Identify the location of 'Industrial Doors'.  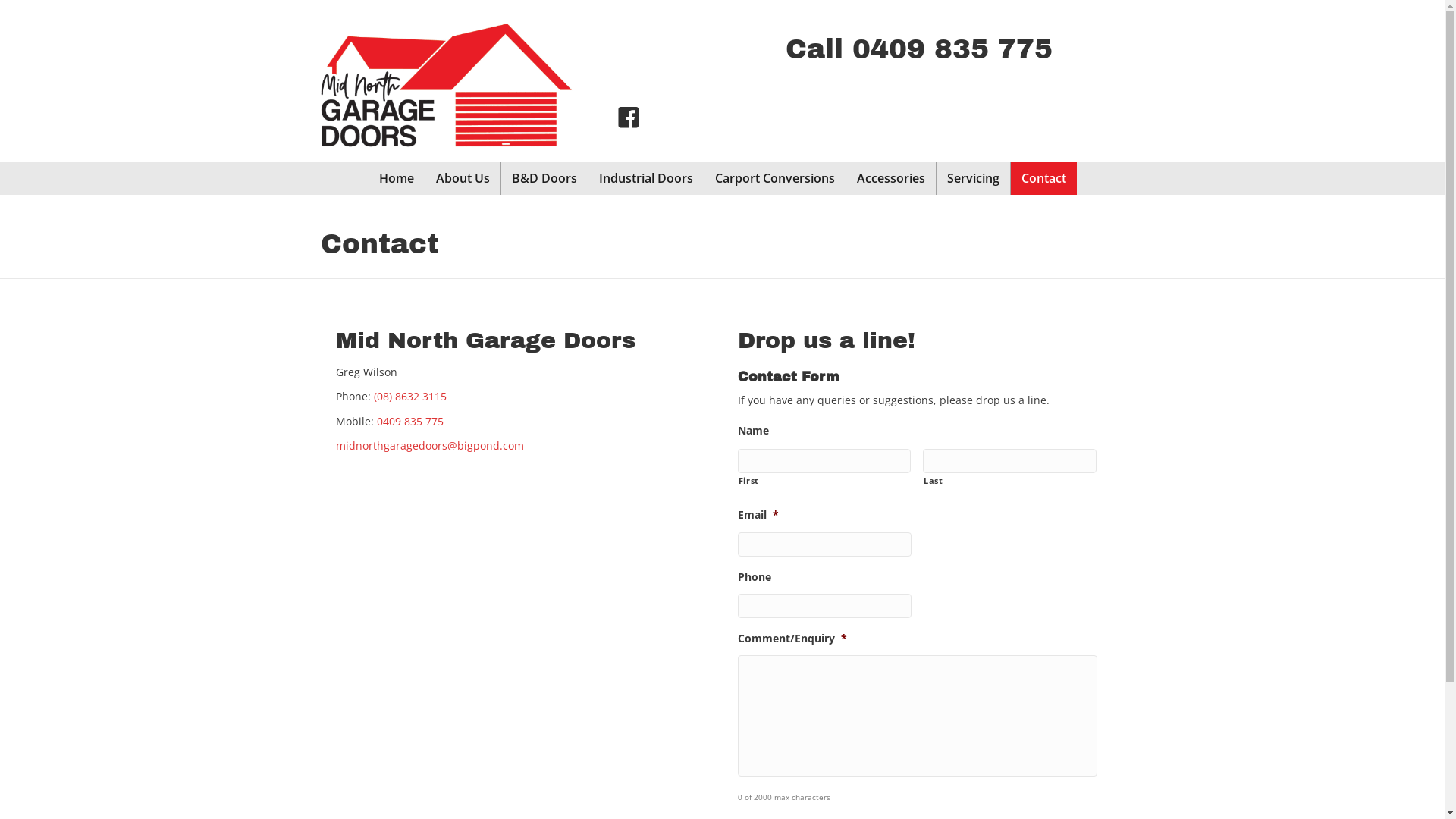
(588, 177).